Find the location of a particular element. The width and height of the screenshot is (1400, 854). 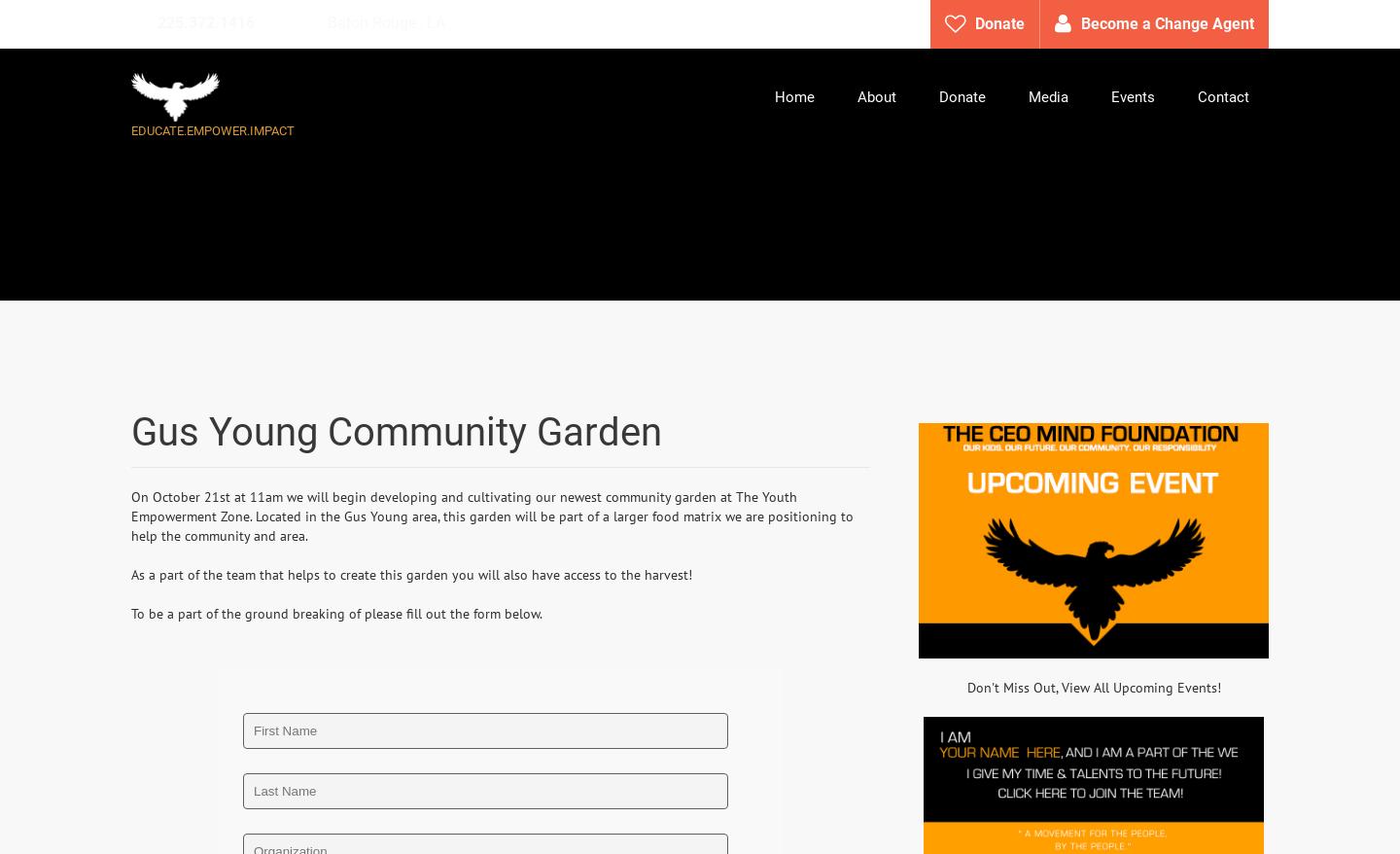

'To be a part of the ground breaking of please fill out the form below.' is located at coordinates (336, 613).